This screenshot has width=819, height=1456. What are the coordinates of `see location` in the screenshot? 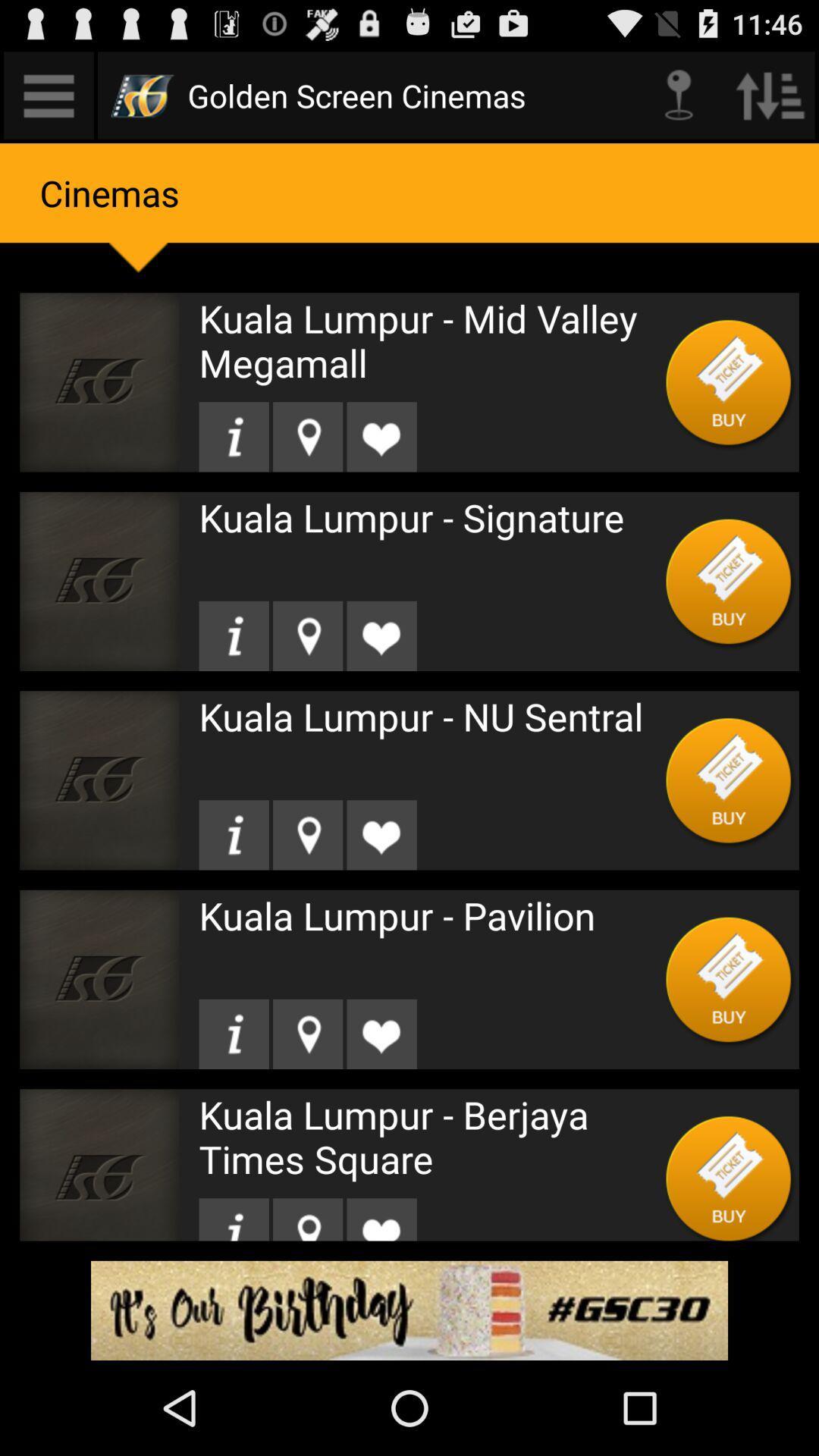 It's located at (307, 1033).